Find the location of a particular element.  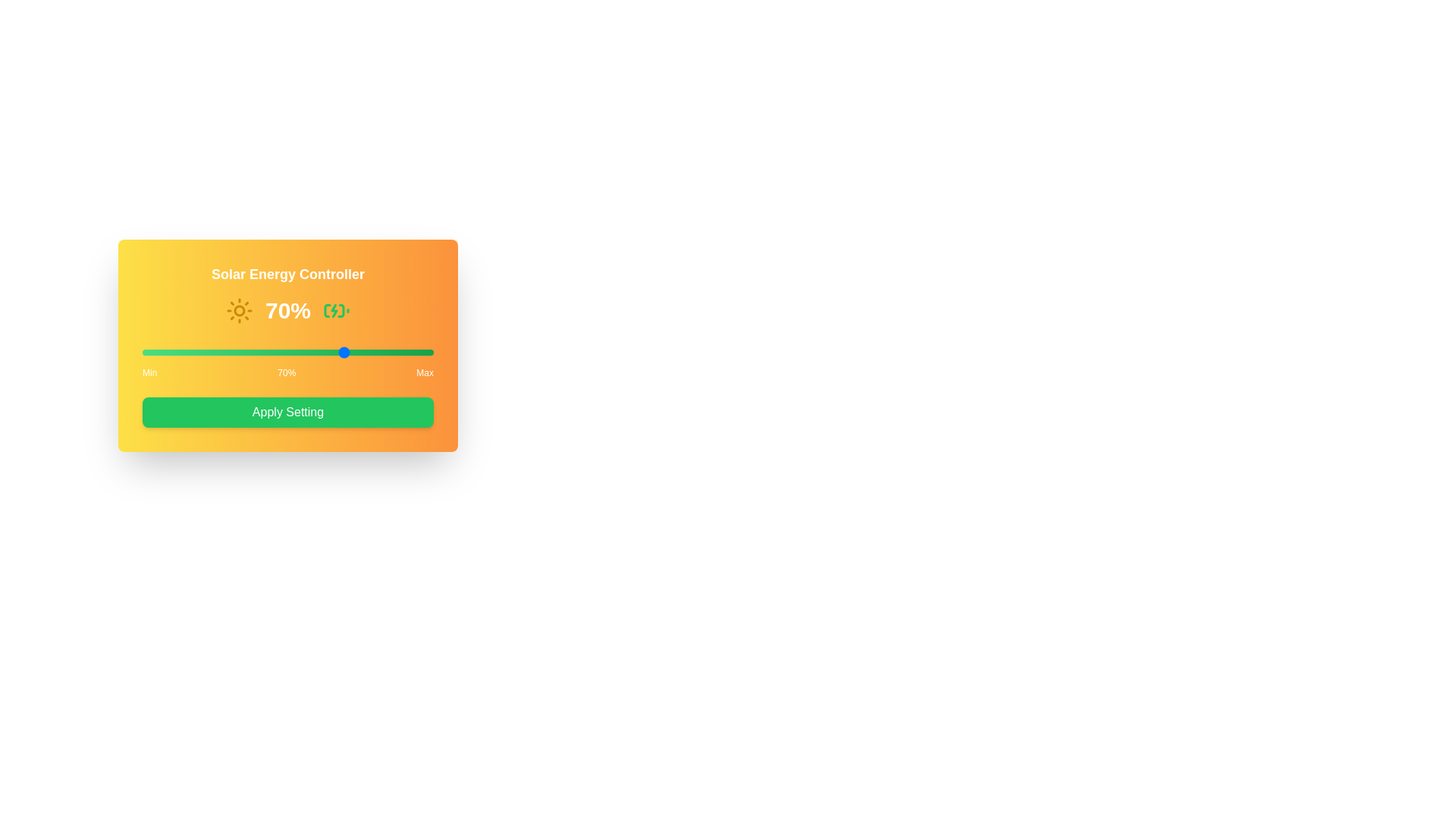

the solar input slider to 16% is located at coordinates (188, 353).